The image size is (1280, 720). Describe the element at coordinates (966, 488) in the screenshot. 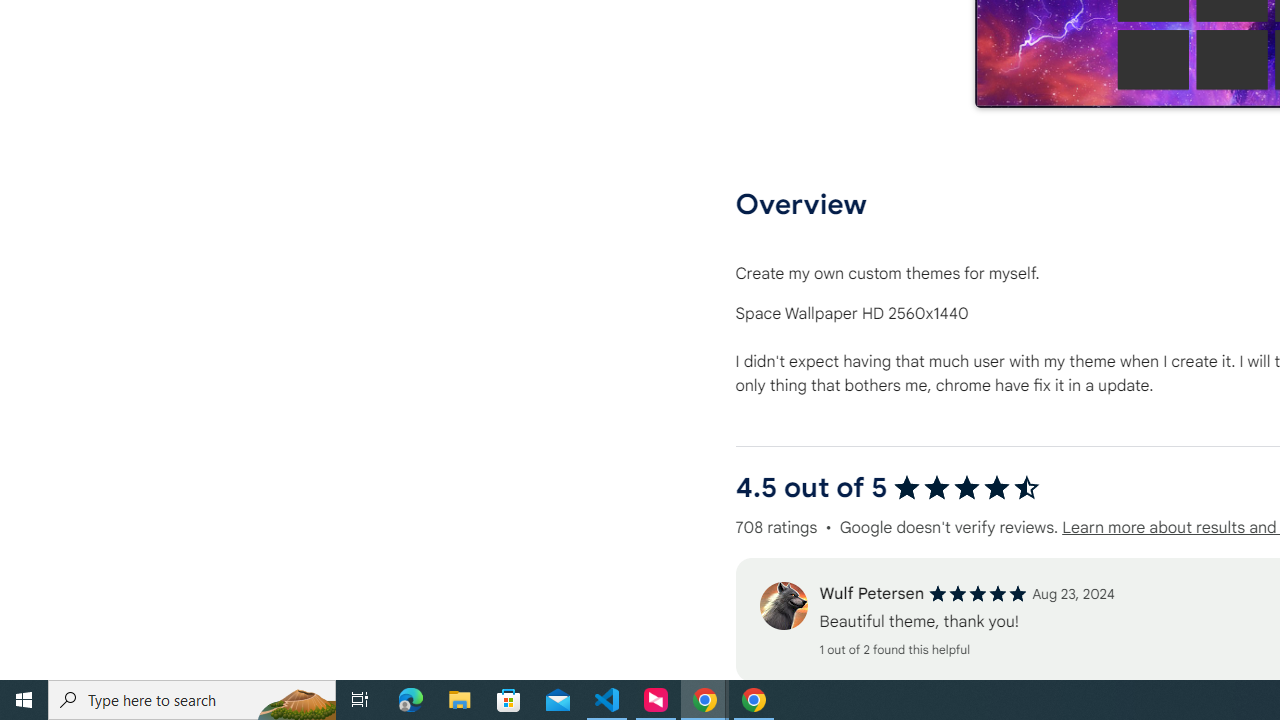

I see `'4.5 out of 5 stars'` at that location.